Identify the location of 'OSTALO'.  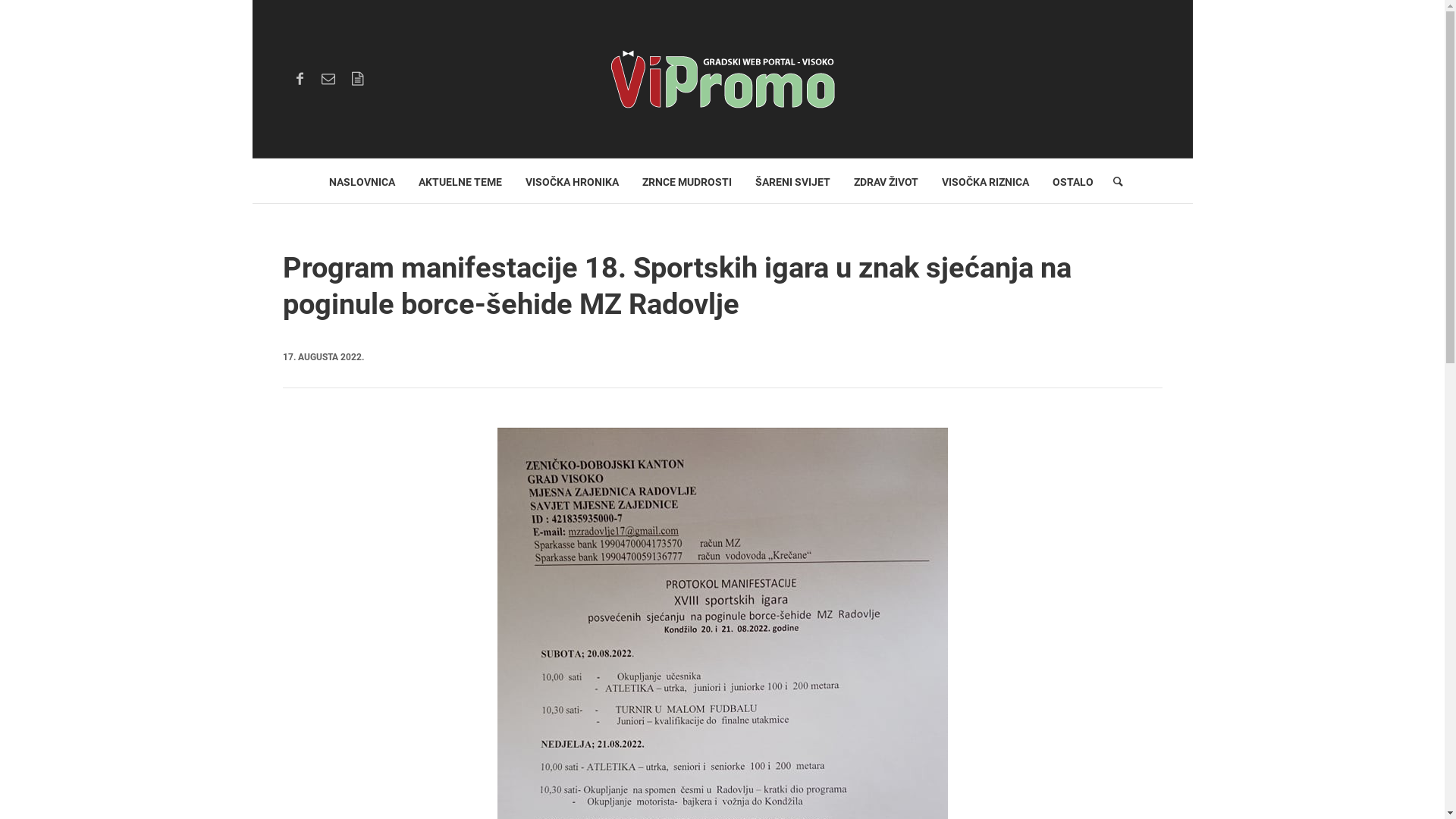
(1072, 180).